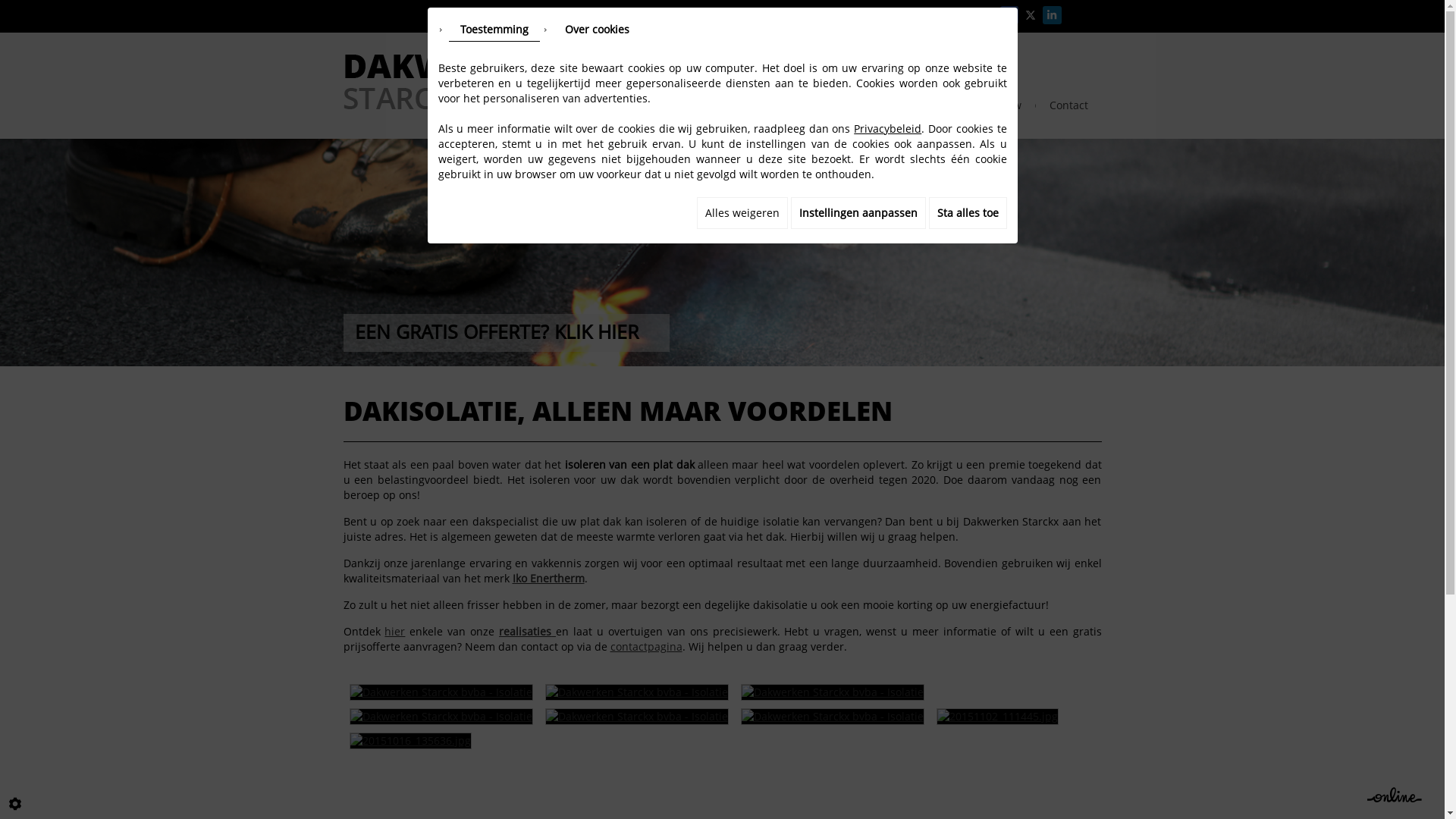 The image size is (1456, 819). Describe the element at coordinates (548, 578) in the screenshot. I see `'Iko Enertherm'` at that location.